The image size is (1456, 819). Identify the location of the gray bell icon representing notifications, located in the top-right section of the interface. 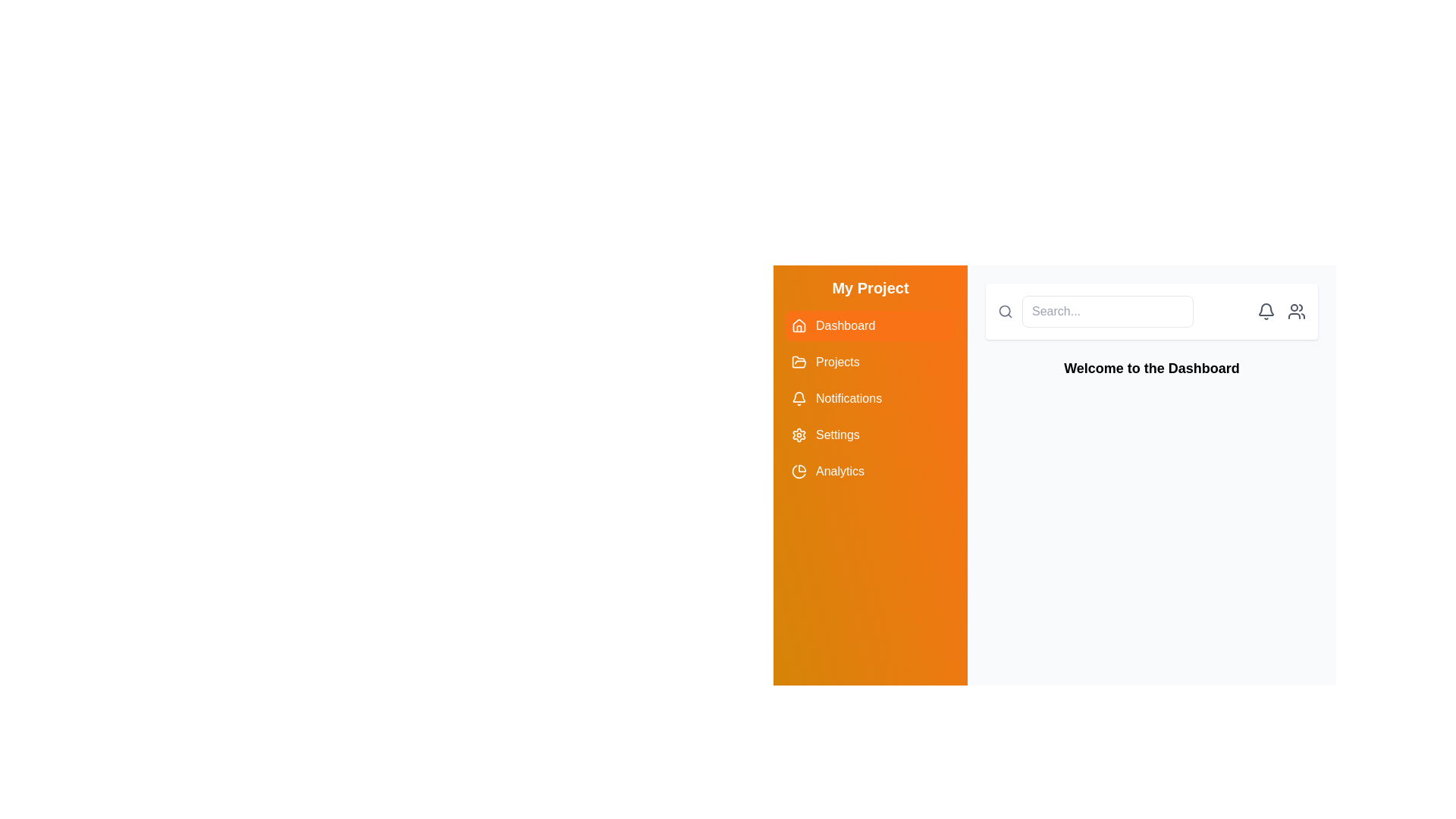
(1266, 311).